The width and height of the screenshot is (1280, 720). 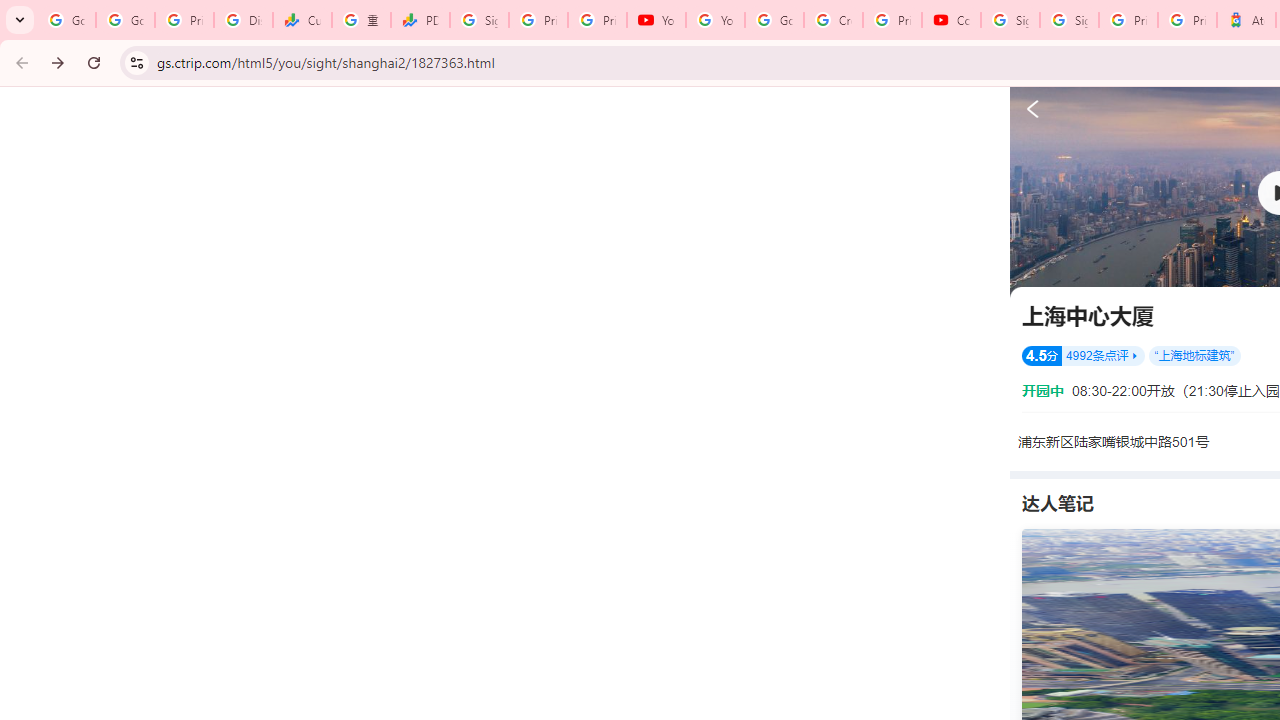 What do you see at coordinates (1068, 20) in the screenshot?
I see `'Sign in - Google Accounts'` at bounding box center [1068, 20].